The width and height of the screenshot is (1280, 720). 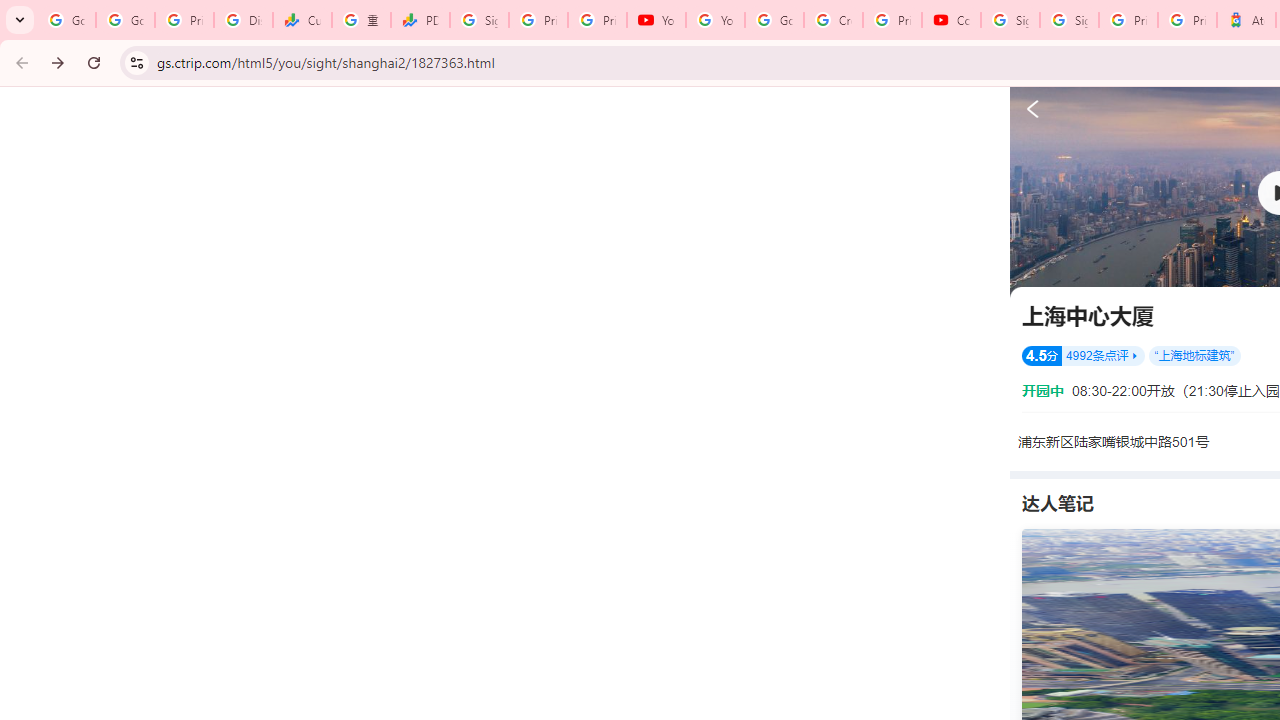 What do you see at coordinates (1068, 20) in the screenshot?
I see `'Sign in - Google Accounts'` at bounding box center [1068, 20].